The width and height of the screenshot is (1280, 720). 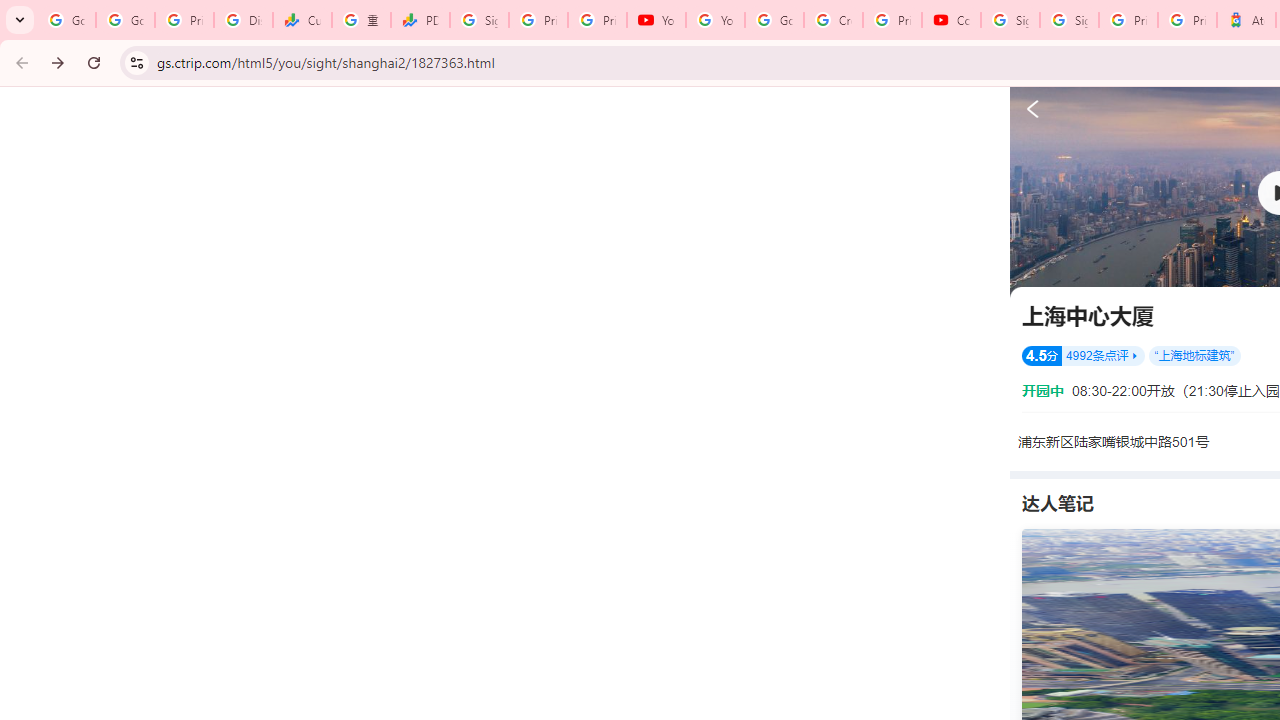 What do you see at coordinates (1068, 20) in the screenshot?
I see `'Sign in - Google Accounts'` at bounding box center [1068, 20].